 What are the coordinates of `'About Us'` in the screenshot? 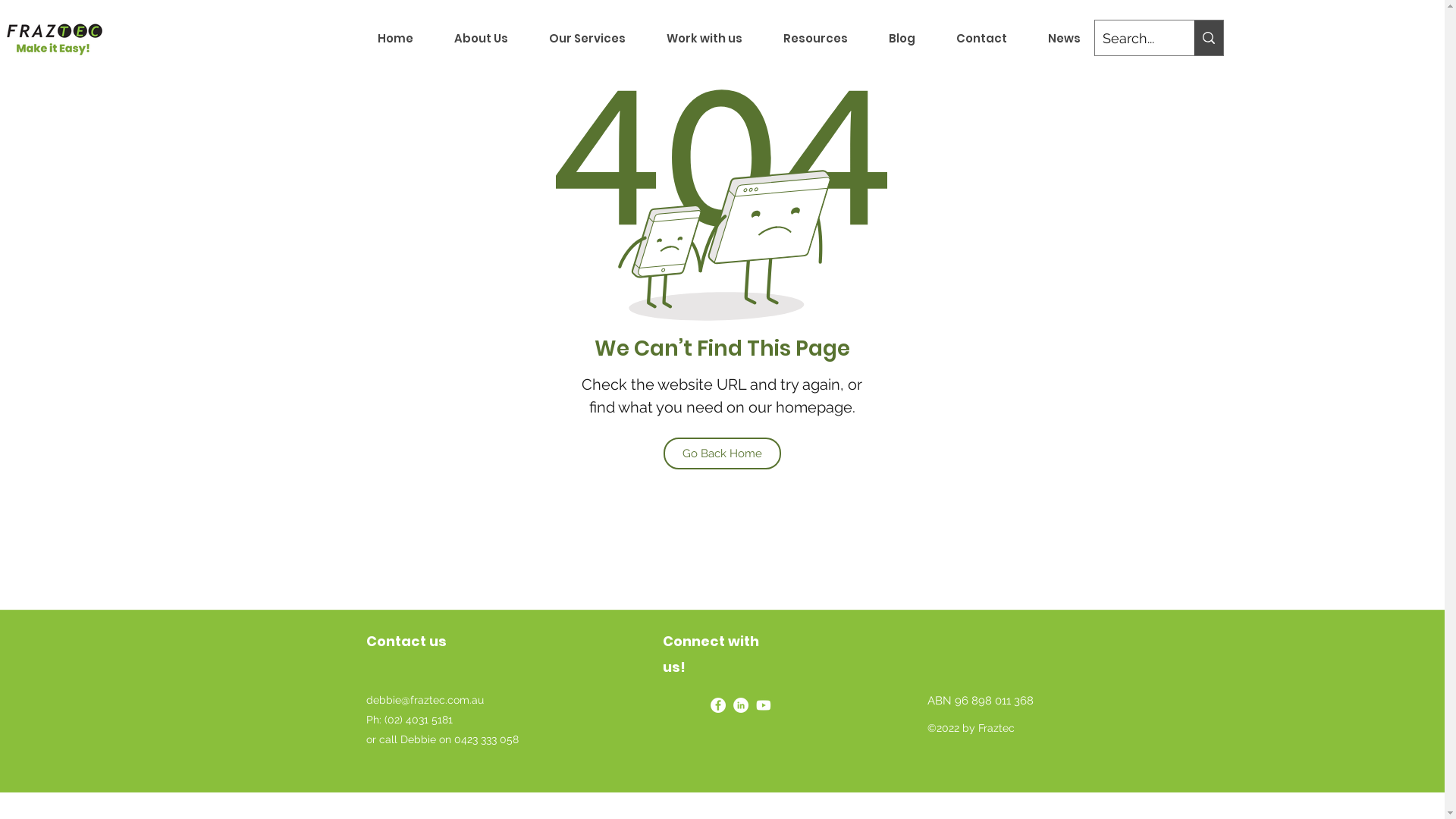 It's located at (480, 37).